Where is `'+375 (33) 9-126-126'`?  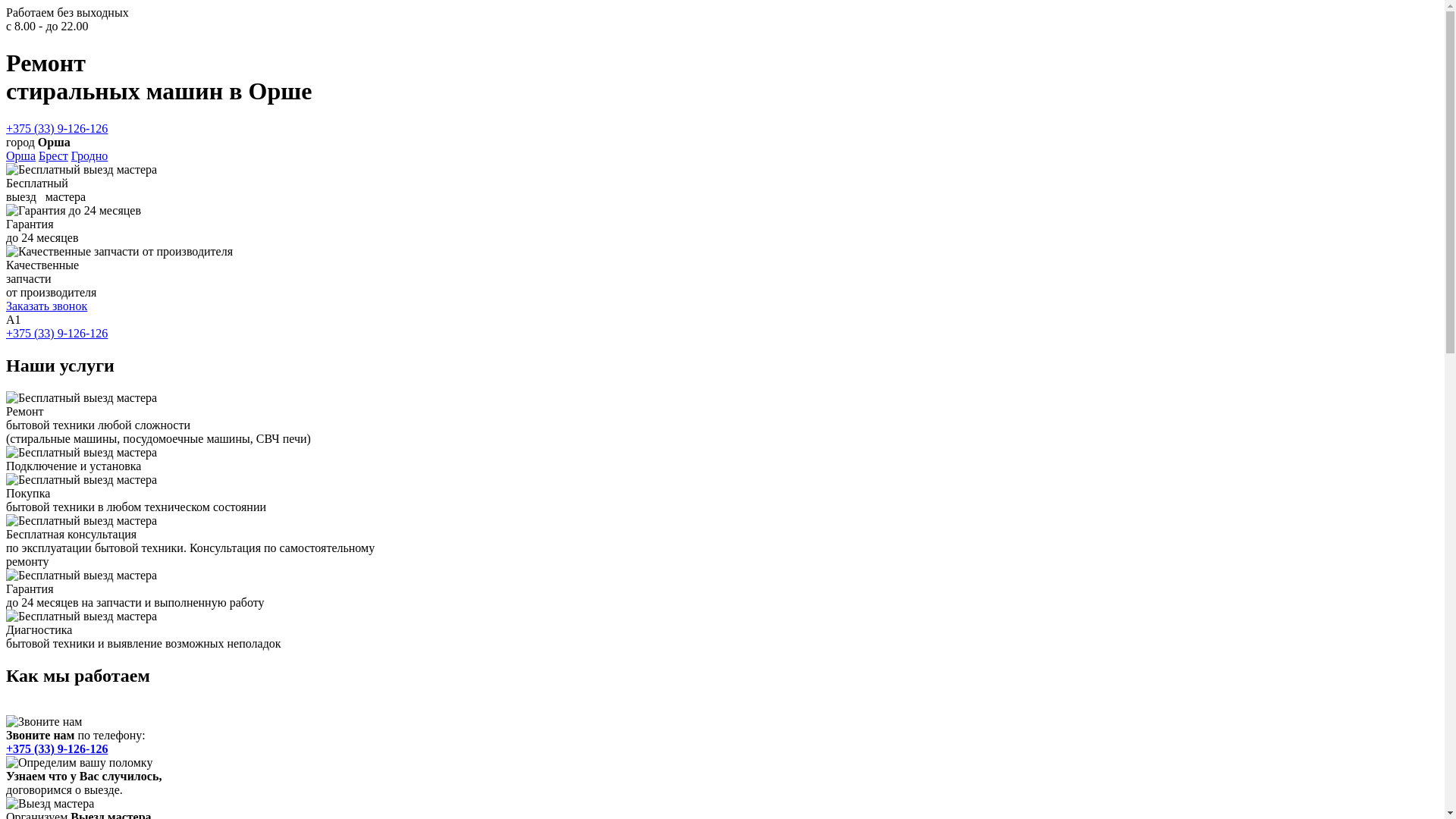 '+375 (33) 9-126-126' is located at coordinates (57, 127).